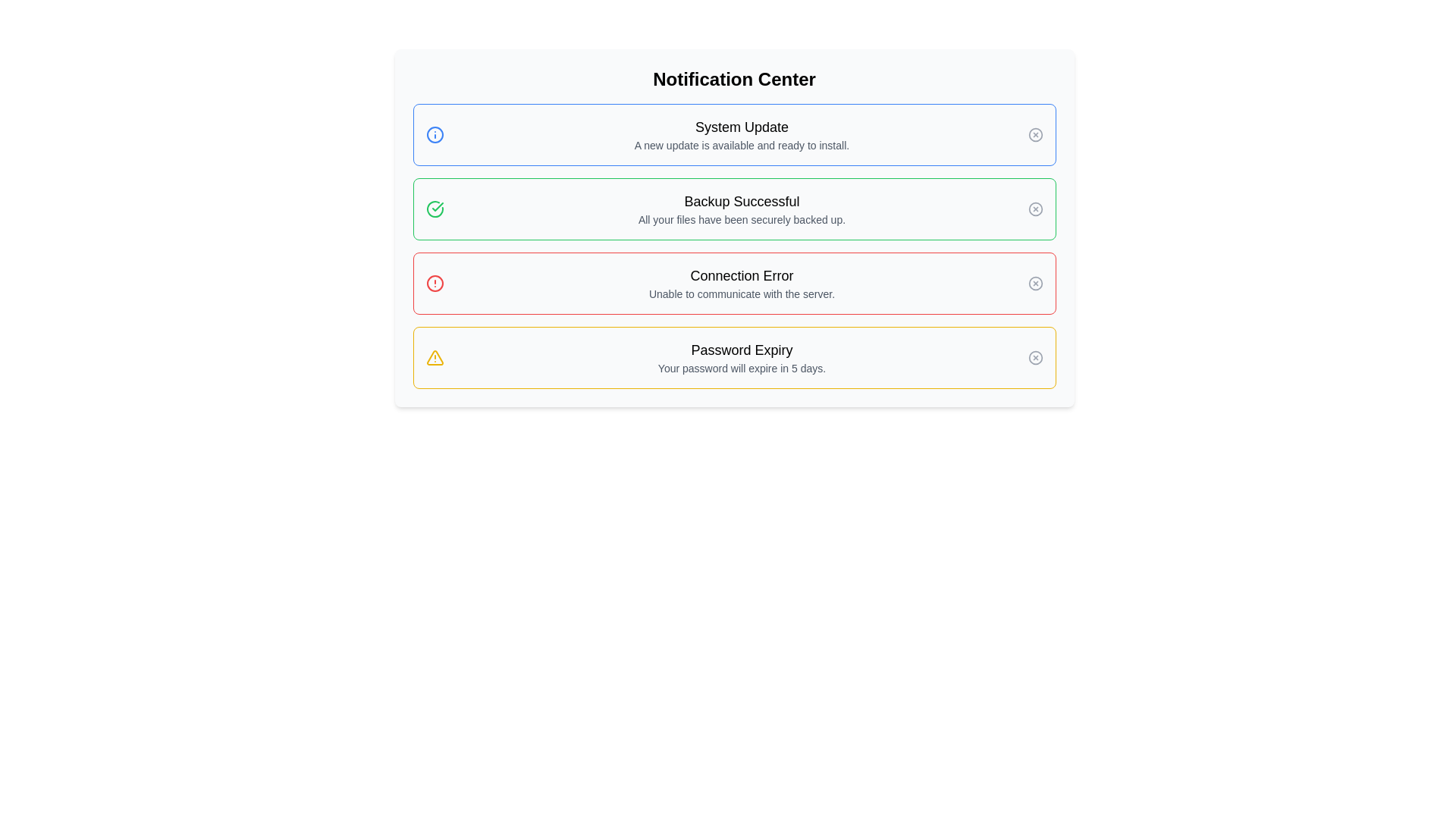 This screenshot has width=1456, height=819. What do you see at coordinates (742, 284) in the screenshot?
I see `error message from the text block that states 'Connection Error' and 'Unable to communicate with the server.' located within the notification card` at bounding box center [742, 284].